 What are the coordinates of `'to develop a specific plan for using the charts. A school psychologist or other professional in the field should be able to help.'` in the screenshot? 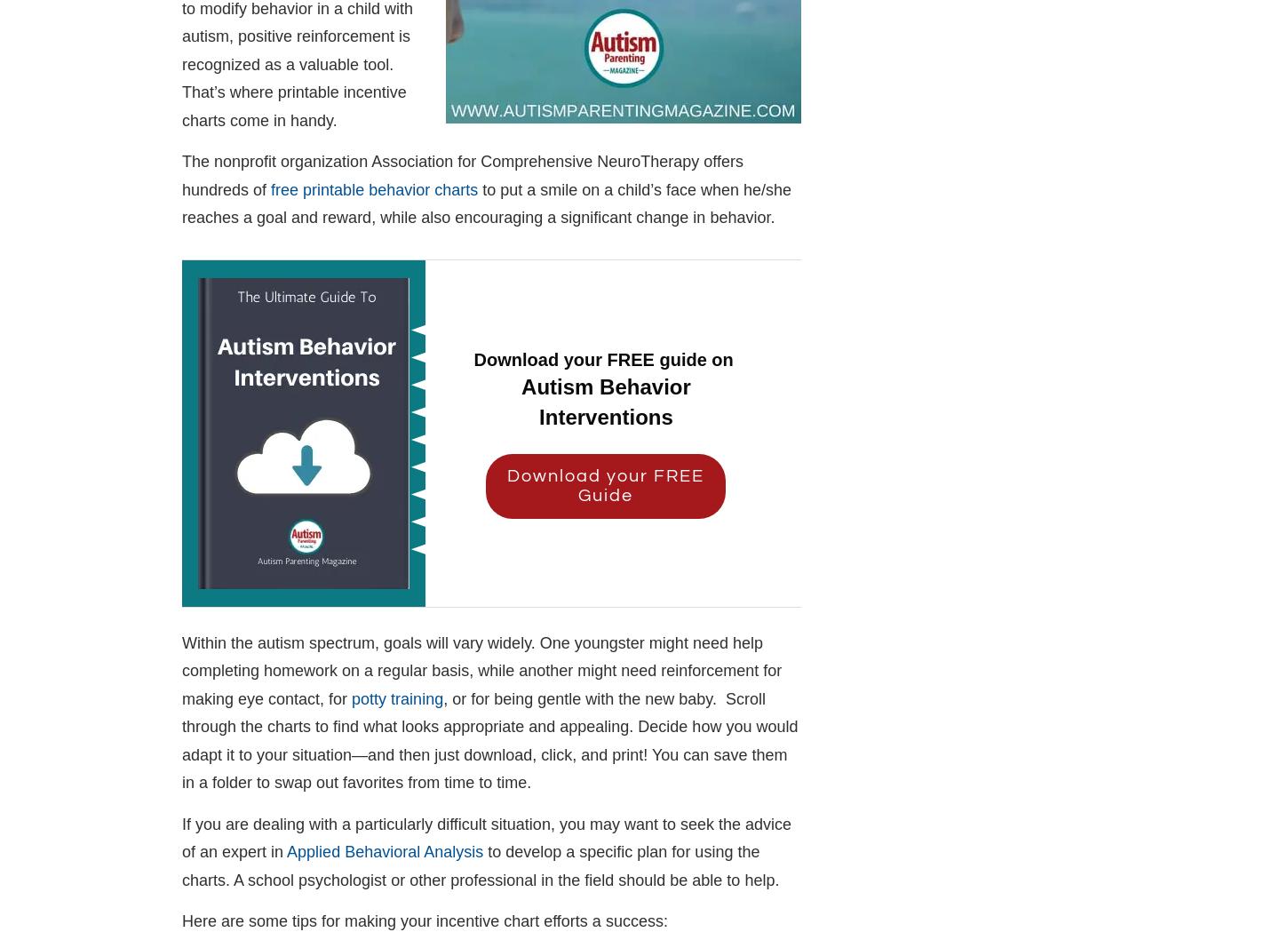 It's located at (480, 864).